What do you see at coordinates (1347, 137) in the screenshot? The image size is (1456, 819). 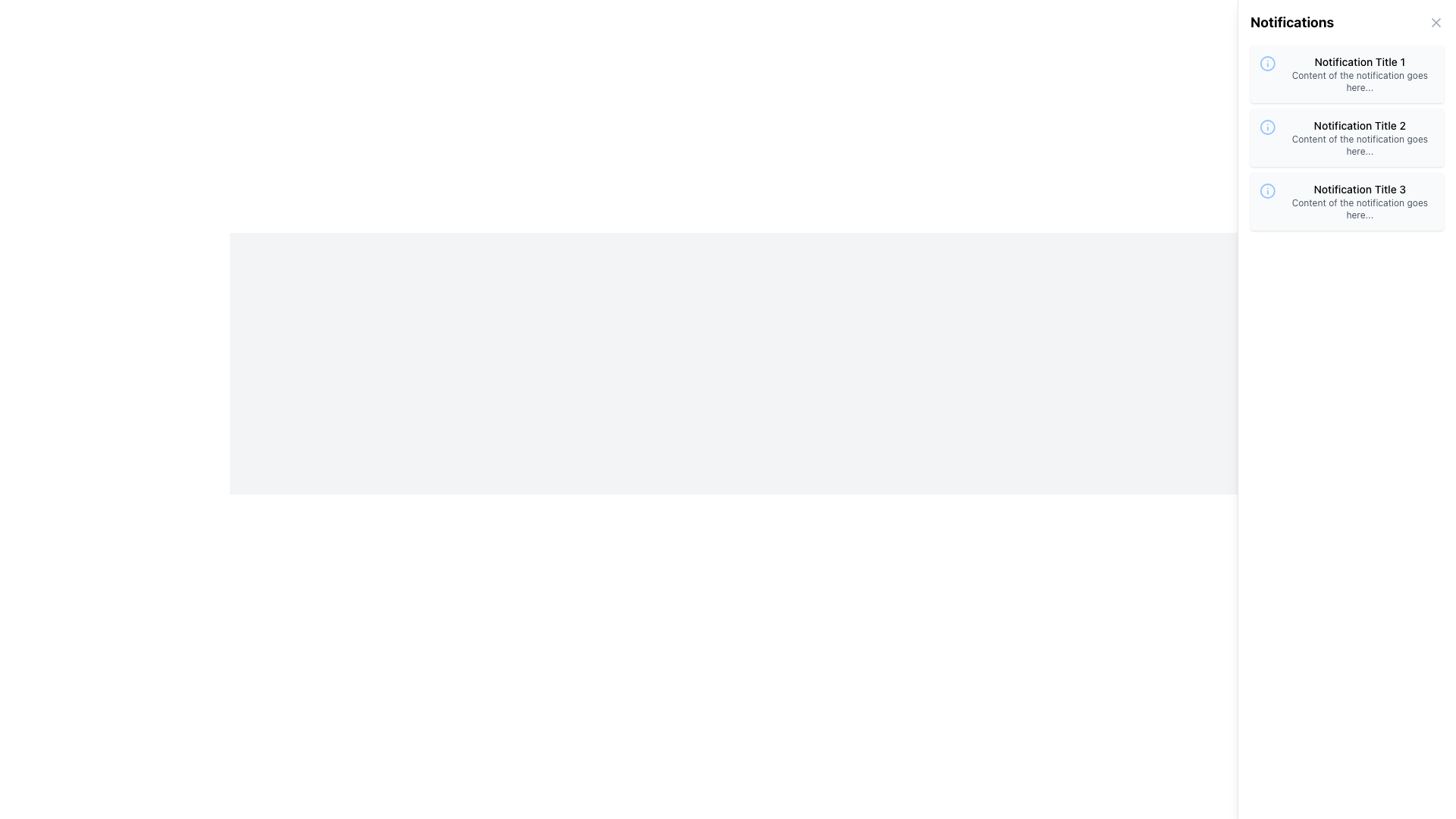 I see `the second notification card in the stack of three within the 'Notifications' sidebar` at bounding box center [1347, 137].